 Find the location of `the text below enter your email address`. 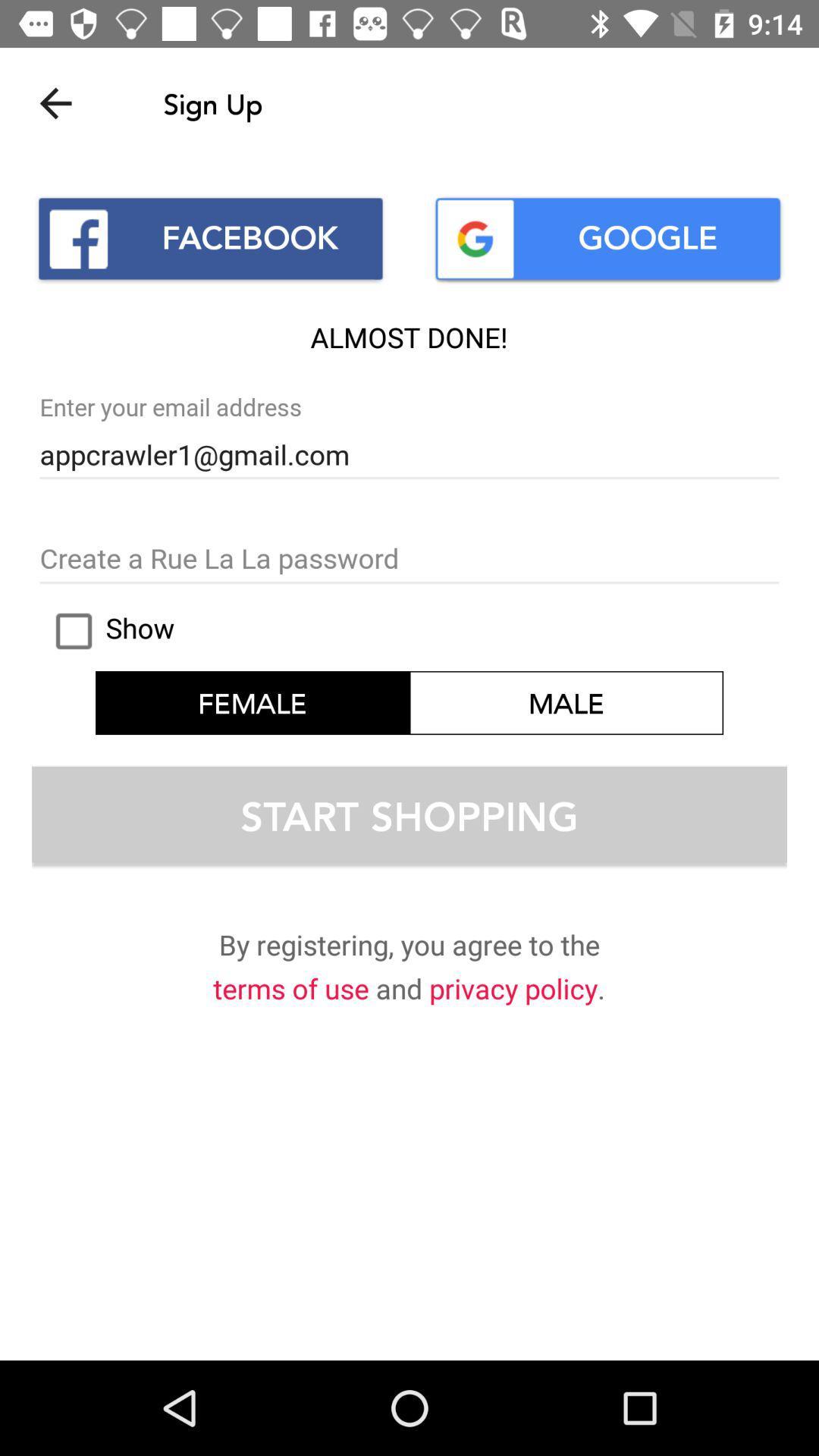

the text below enter your email address is located at coordinates (409, 454).